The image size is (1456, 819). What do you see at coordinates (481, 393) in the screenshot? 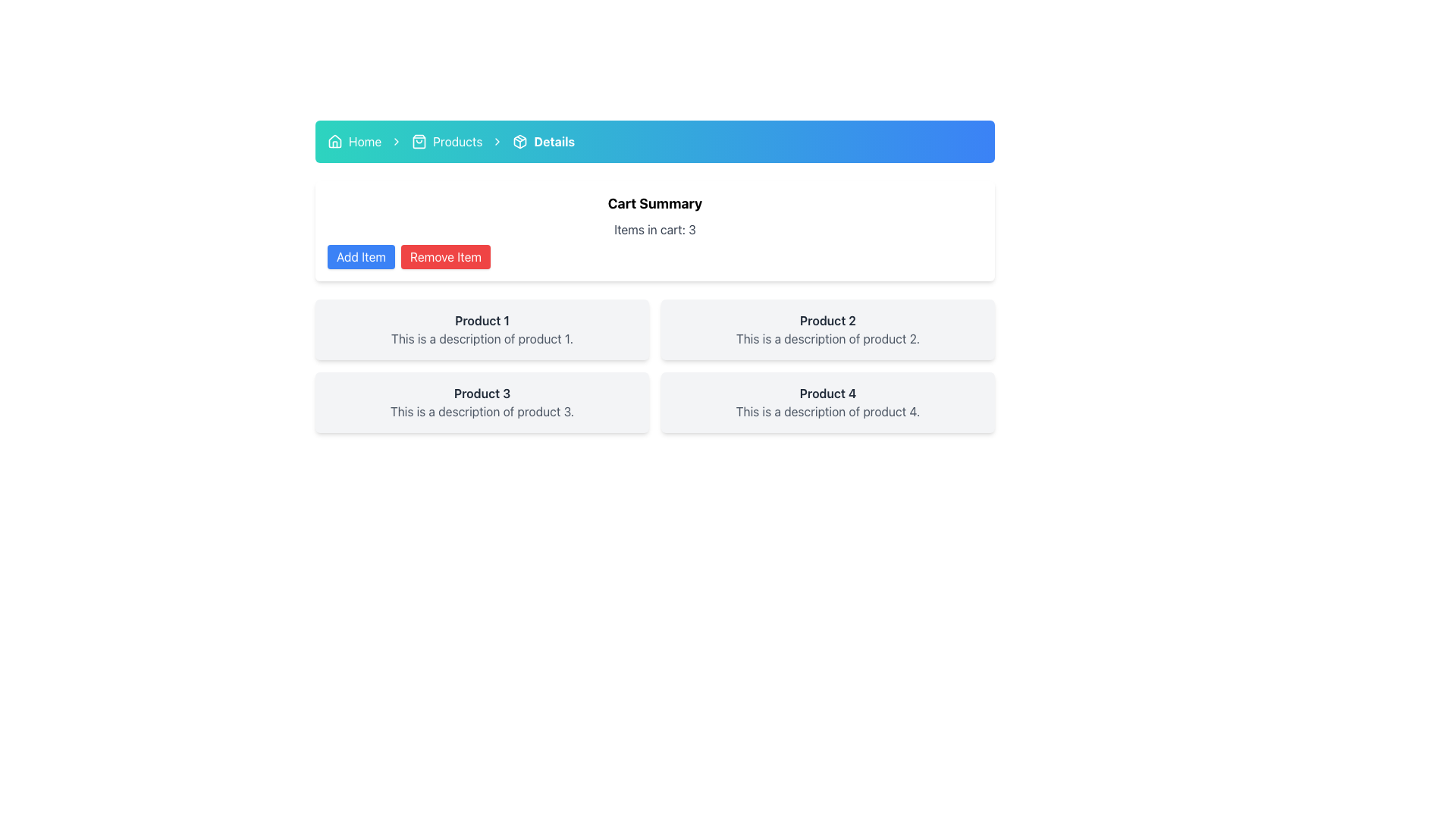
I see `the heading text for 'Product 3'` at bounding box center [481, 393].